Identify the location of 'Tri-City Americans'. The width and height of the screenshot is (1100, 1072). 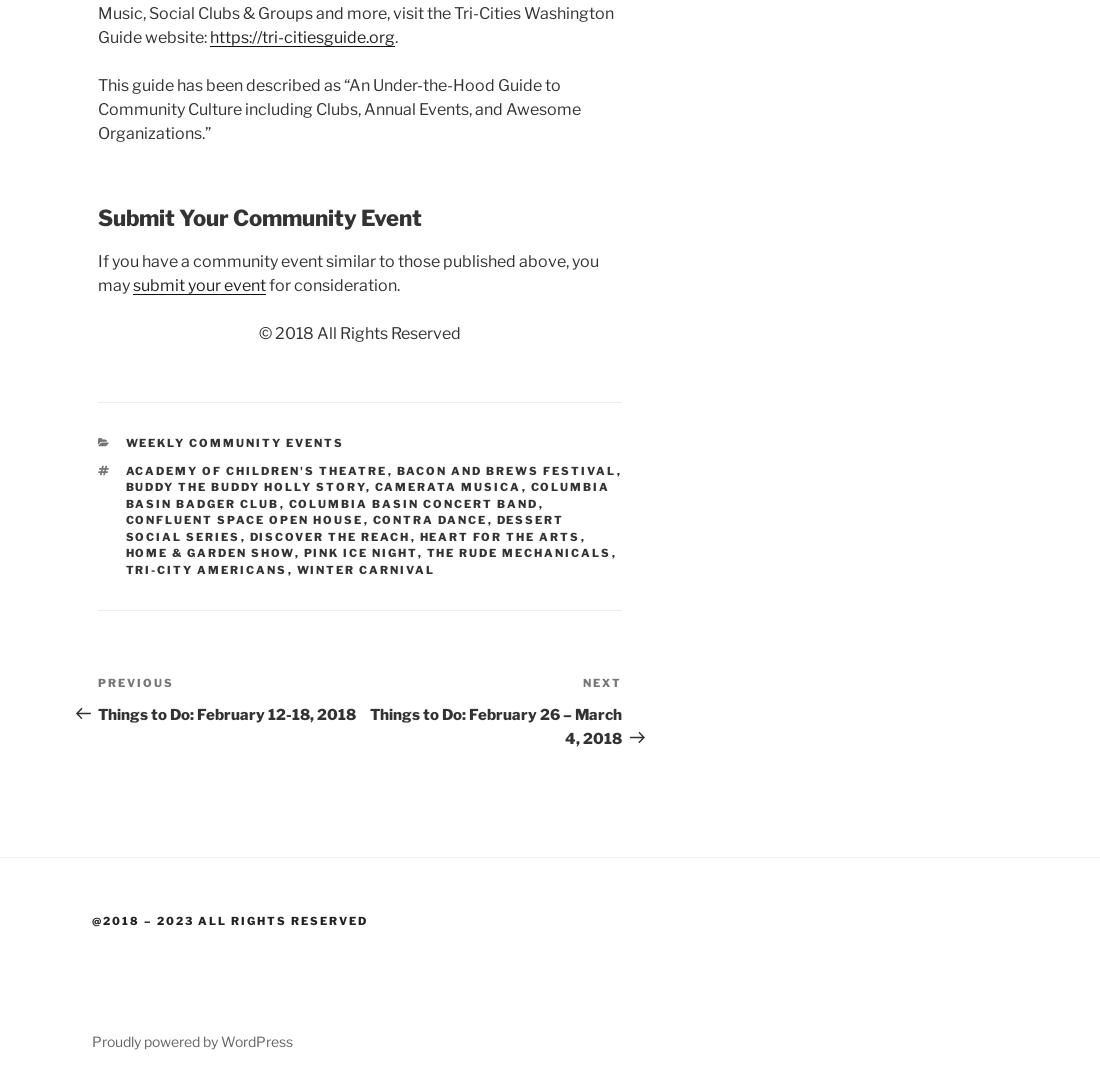
(205, 568).